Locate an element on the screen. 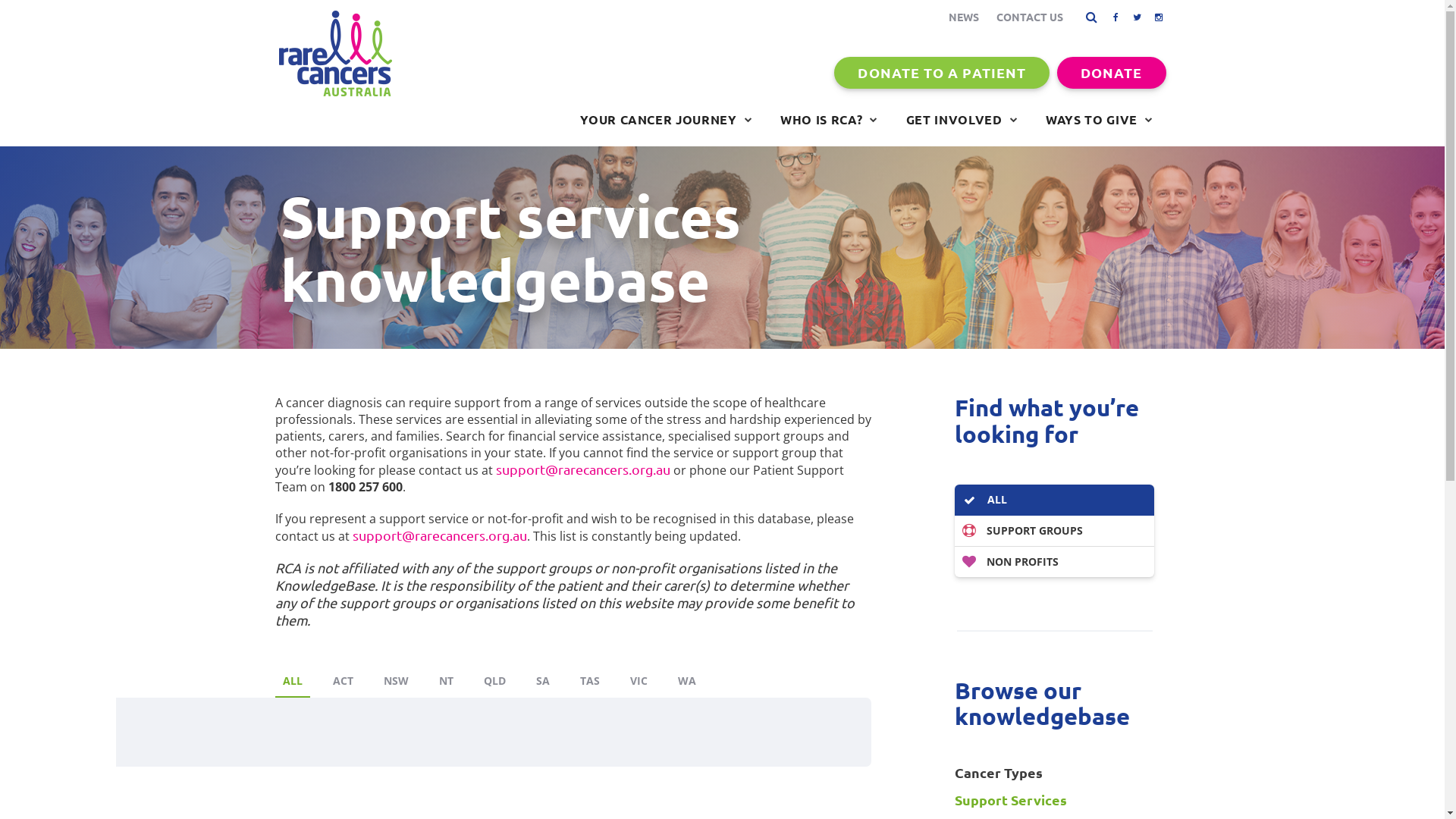  'DONATE' is located at coordinates (1111, 73).